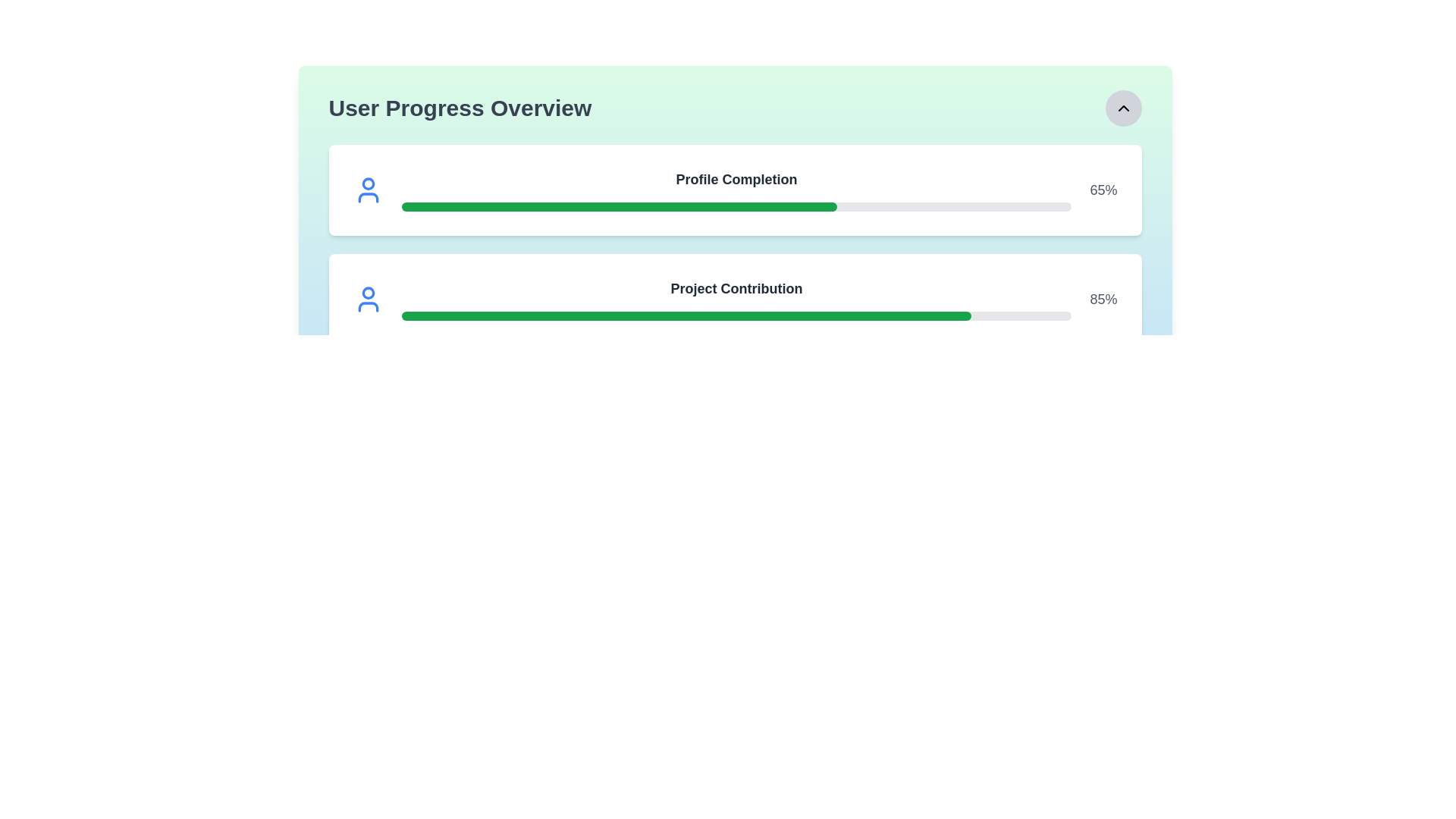  Describe the element at coordinates (368, 307) in the screenshot. I see `the blue curved line element that forms the lower part of the user icon in the second row of the 'User Progress Overview' section, next to the 'Project Contribution' progress bar` at that location.